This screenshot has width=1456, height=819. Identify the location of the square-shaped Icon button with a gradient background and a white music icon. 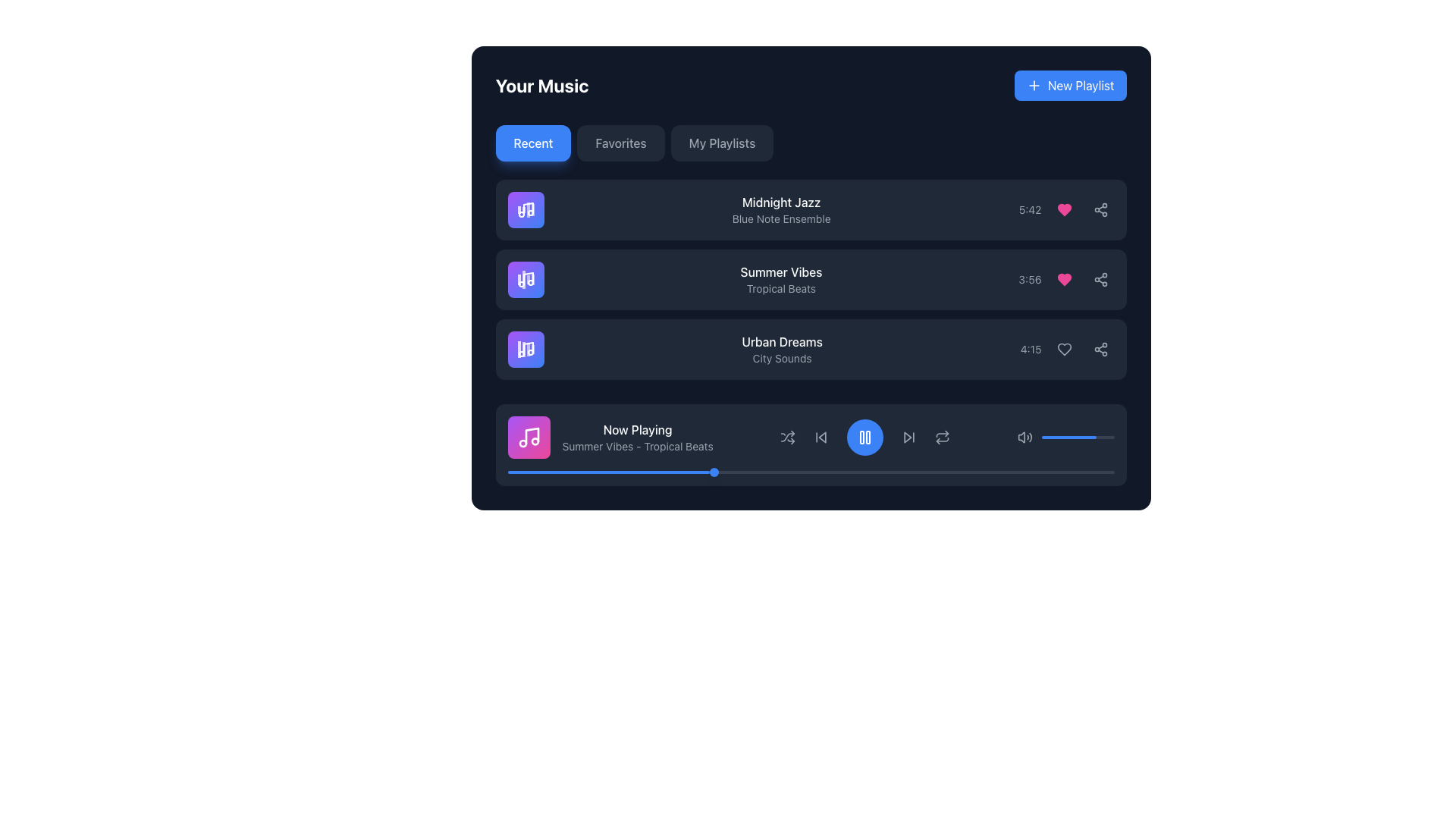
(526, 210).